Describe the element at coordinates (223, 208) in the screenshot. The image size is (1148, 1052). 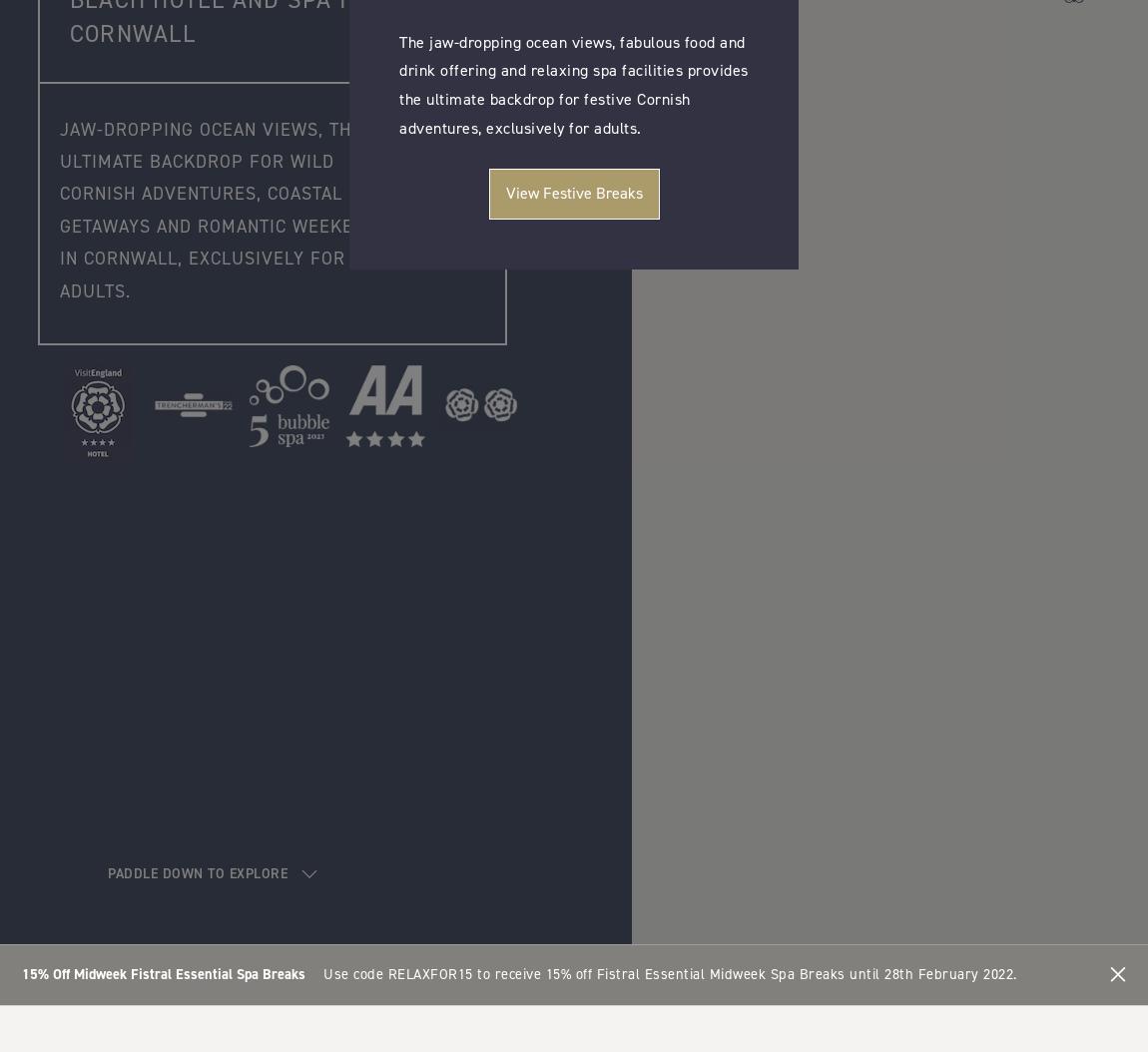
I see `'Jaw-dropping ocean views, the ultimate backdrop for wild Cornish adventures, coastal getaways and romantic weekends in Cornwall, exclusively for adults.'` at that location.